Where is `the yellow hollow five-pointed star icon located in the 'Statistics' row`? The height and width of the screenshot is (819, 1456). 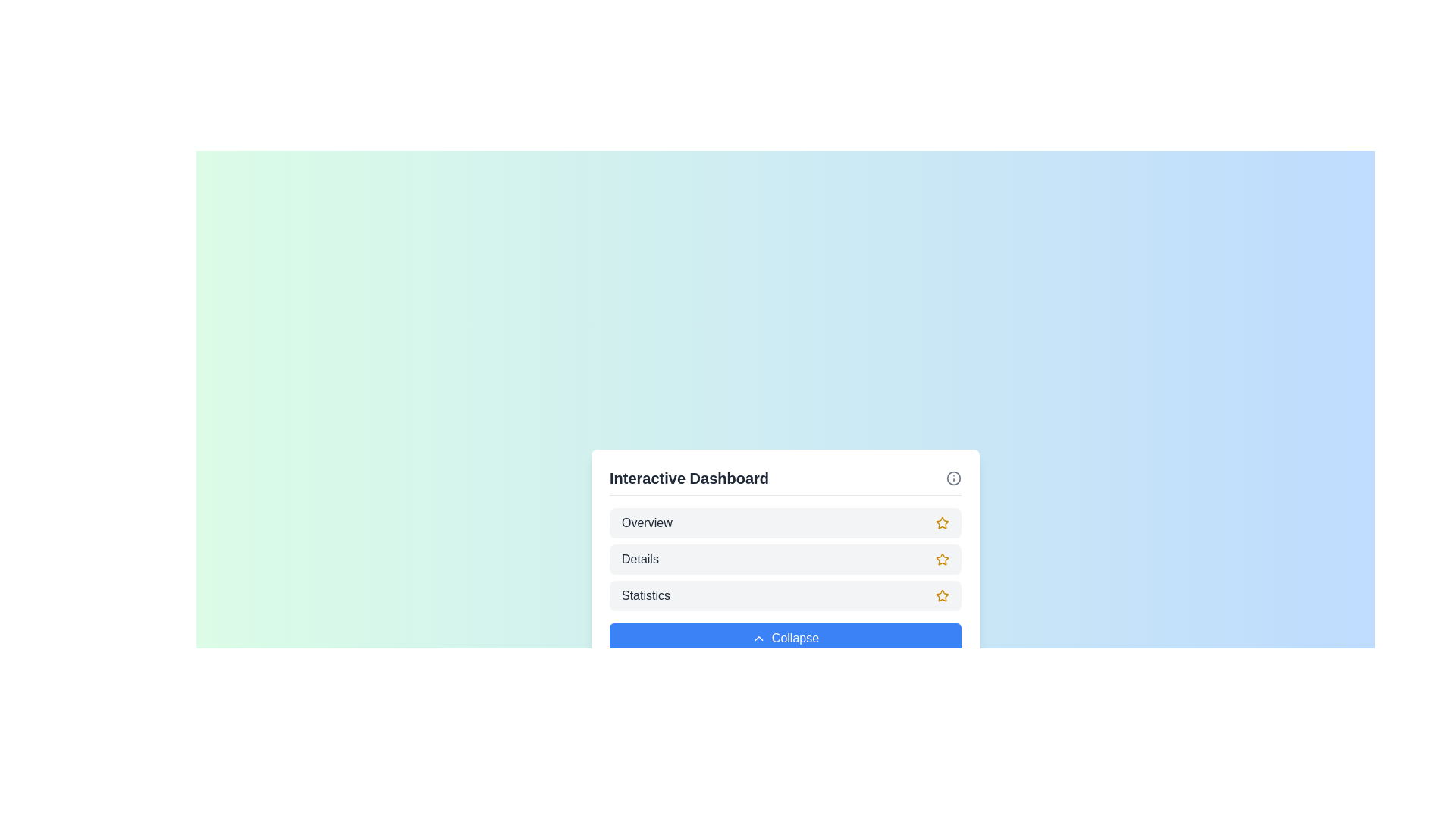 the yellow hollow five-pointed star icon located in the 'Statistics' row is located at coordinates (942, 595).